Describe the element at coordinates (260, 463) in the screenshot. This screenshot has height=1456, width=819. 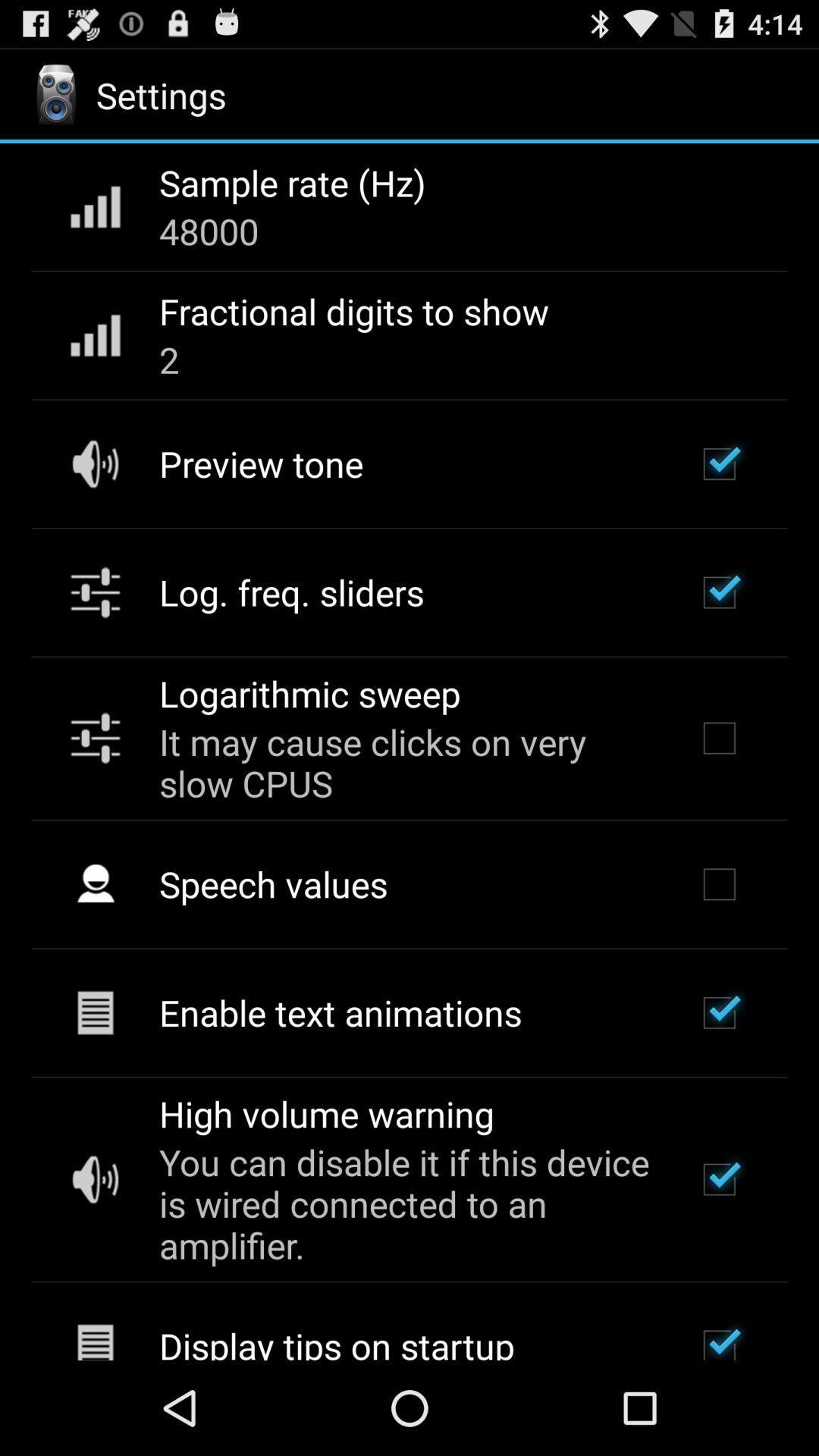
I see `the preview tone` at that location.